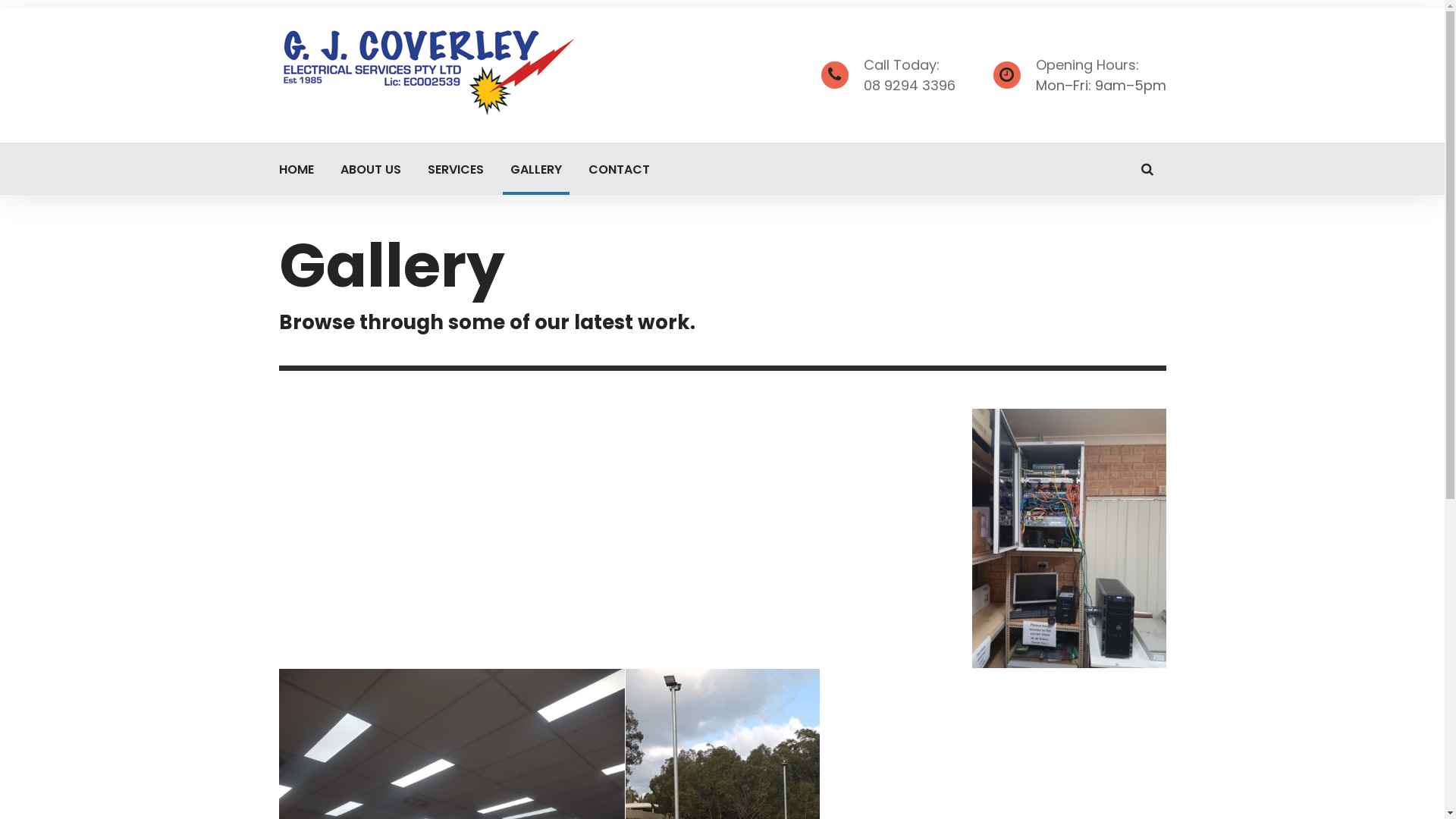 The width and height of the screenshot is (1456, 819). Describe the element at coordinates (0, 0) in the screenshot. I see `'Skip to content'` at that location.